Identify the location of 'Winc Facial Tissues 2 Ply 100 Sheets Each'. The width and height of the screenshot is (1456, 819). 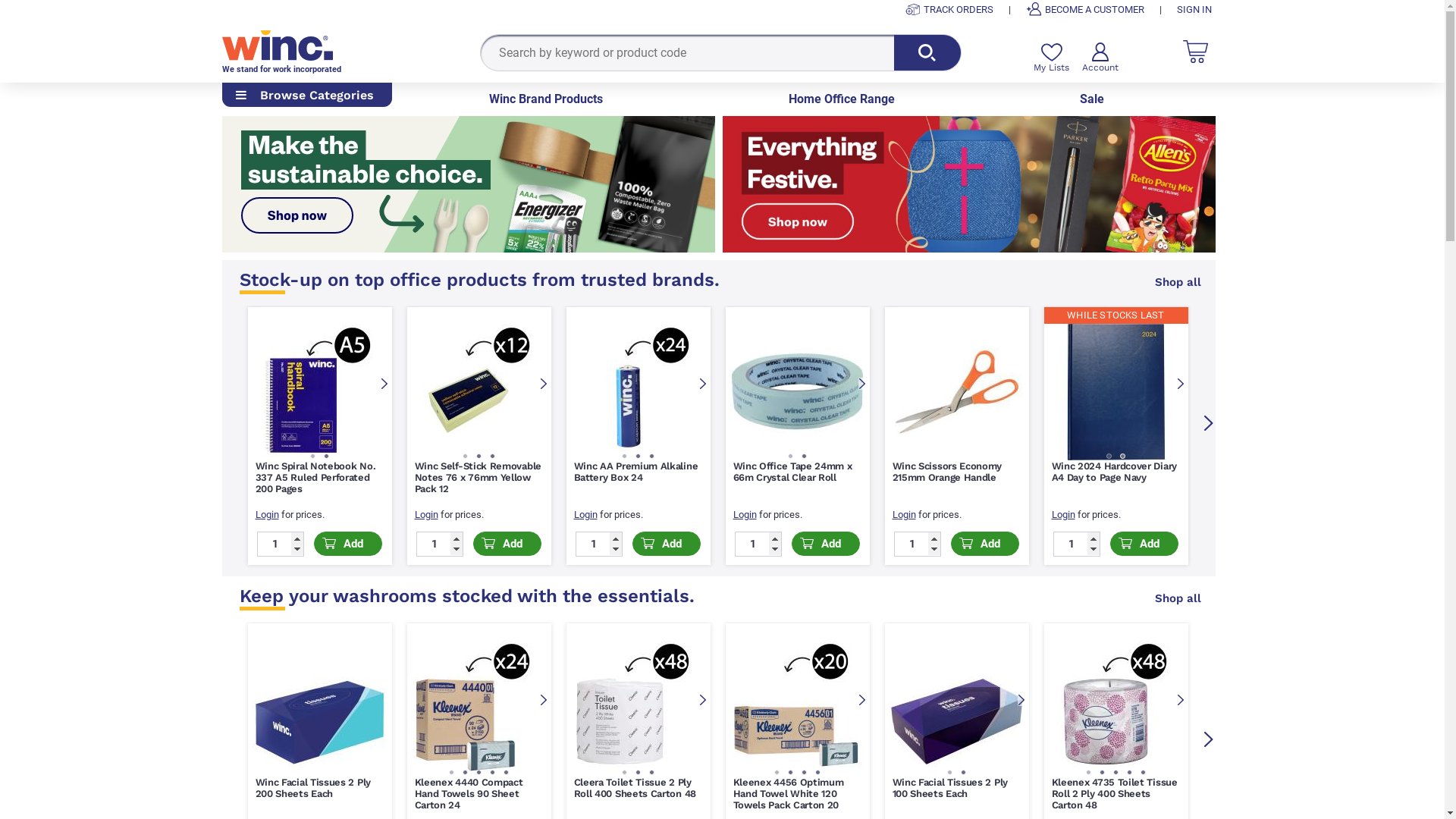
(949, 786).